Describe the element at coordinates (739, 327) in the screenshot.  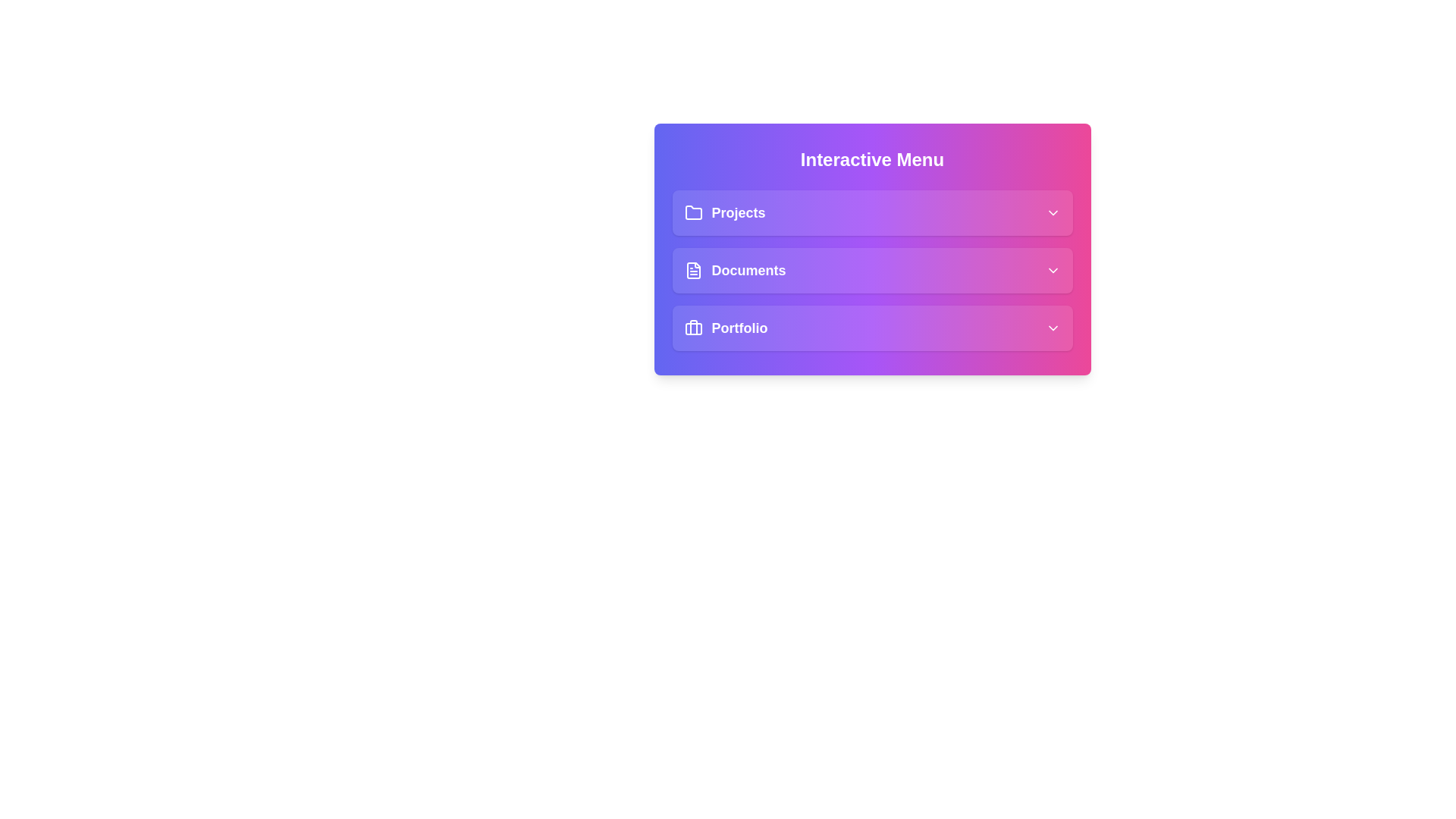
I see `the 'Portfolio' label located at the bottom of the menu list, directly below 'Projects' and 'Documents'` at that location.